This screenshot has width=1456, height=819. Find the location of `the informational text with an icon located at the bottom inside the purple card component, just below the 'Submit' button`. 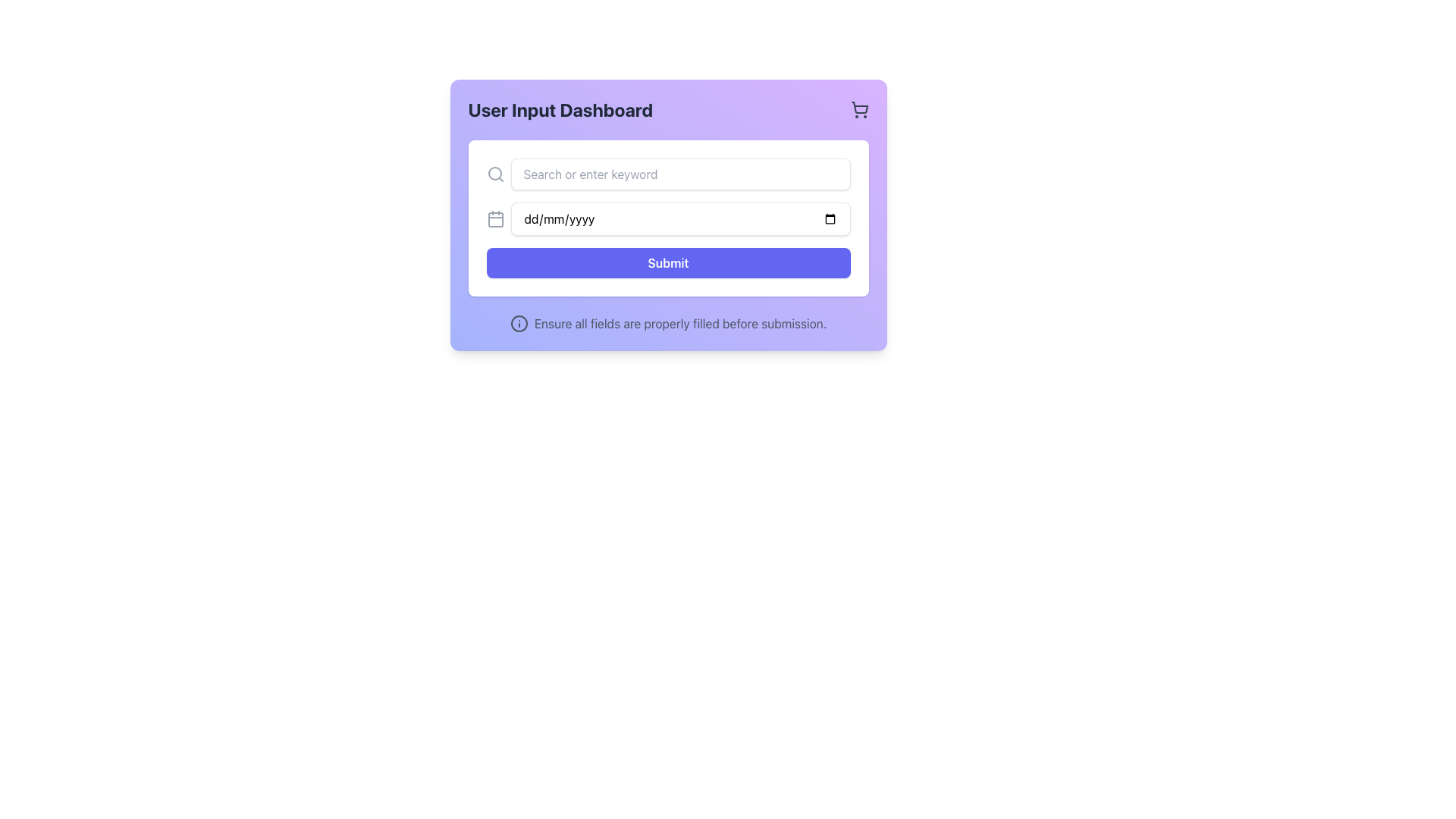

the informational text with an icon located at the bottom inside the purple card component, just below the 'Submit' button is located at coordinates (667, 323).